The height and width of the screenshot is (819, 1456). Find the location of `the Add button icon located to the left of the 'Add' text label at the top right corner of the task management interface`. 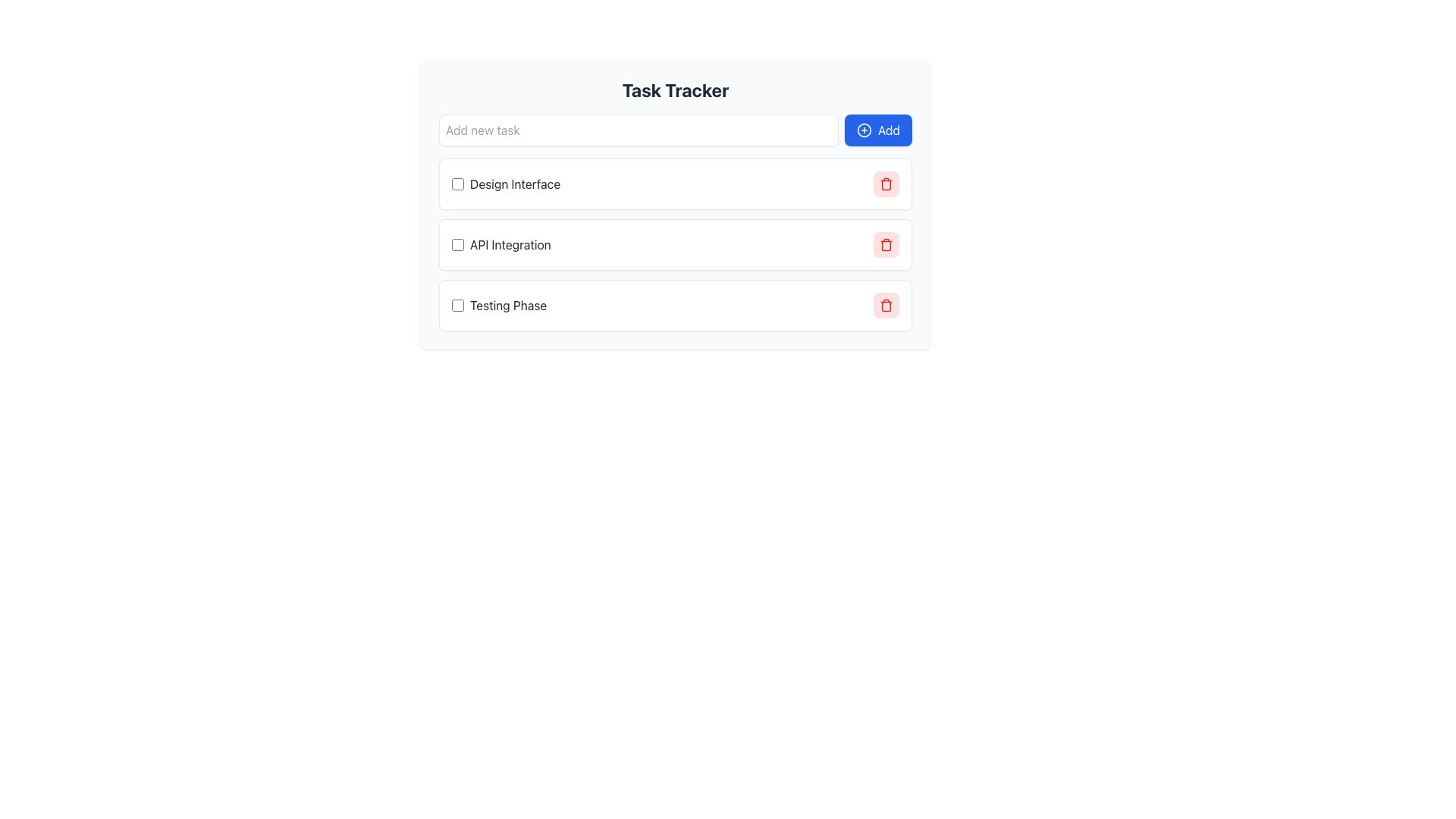

the Add button icon located to the left of the 'Add' text label at the top right corner of the task management interface is located at coordinates (864, 130).